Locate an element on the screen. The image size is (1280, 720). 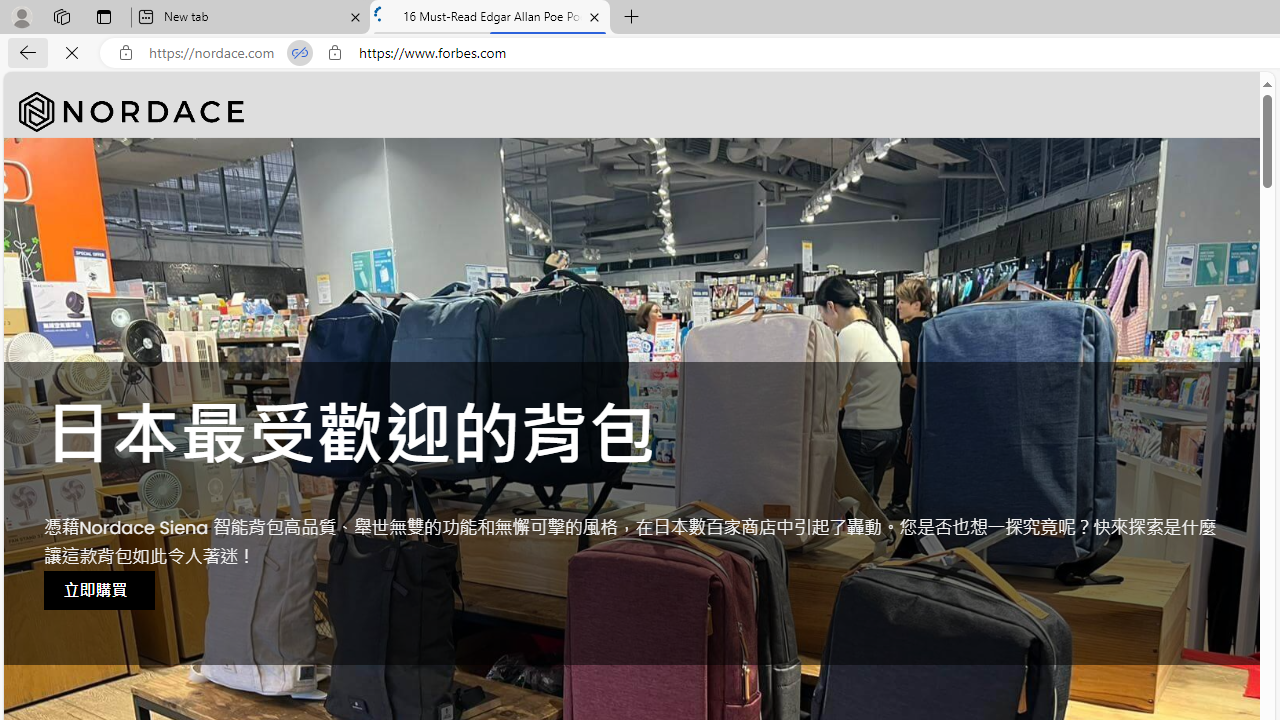
'16 Must-Read Edgar Allan Poe Poems And Short Stories' is located at coordinates (490, 17).